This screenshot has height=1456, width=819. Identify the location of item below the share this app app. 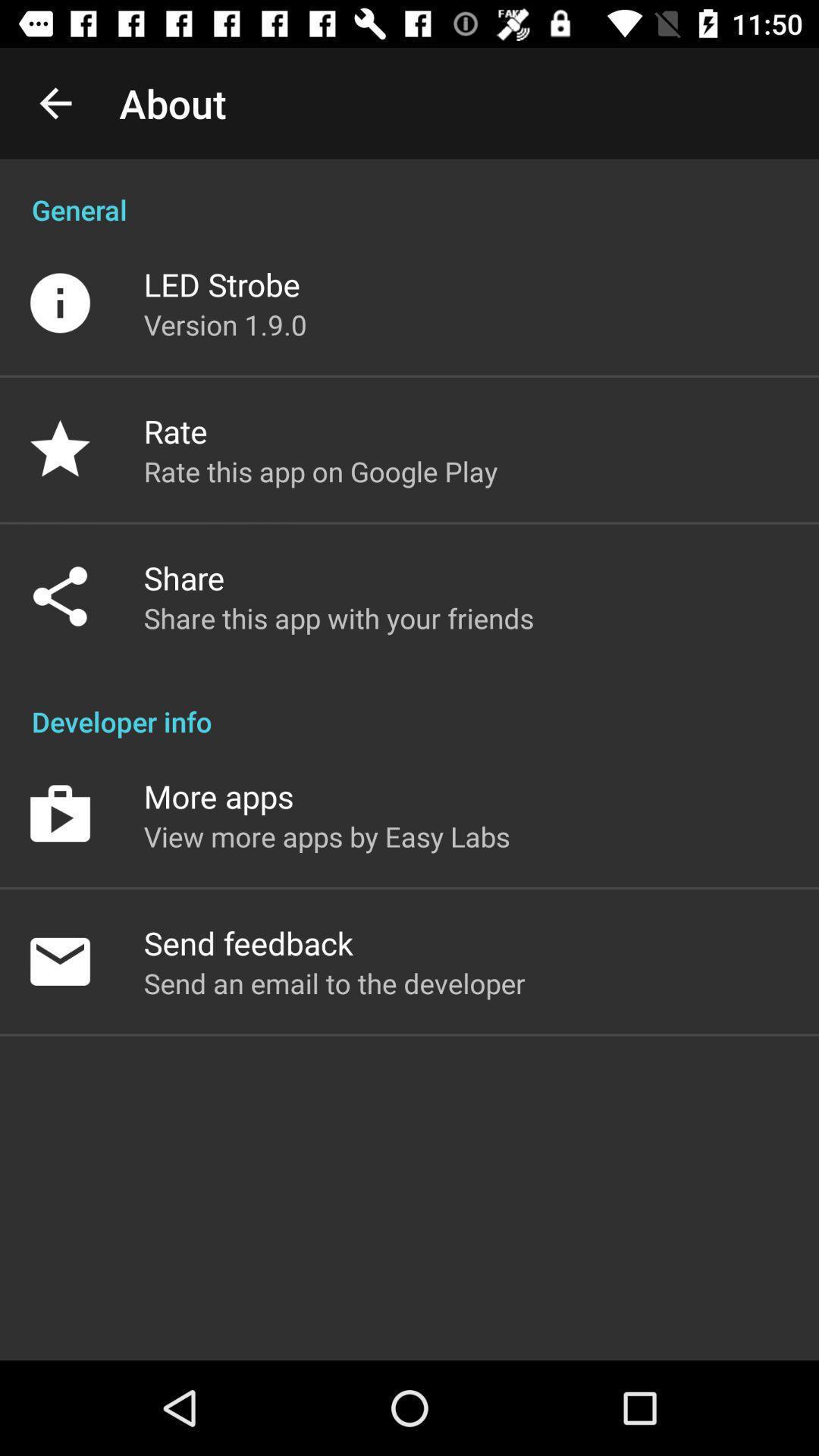
(409, 704).